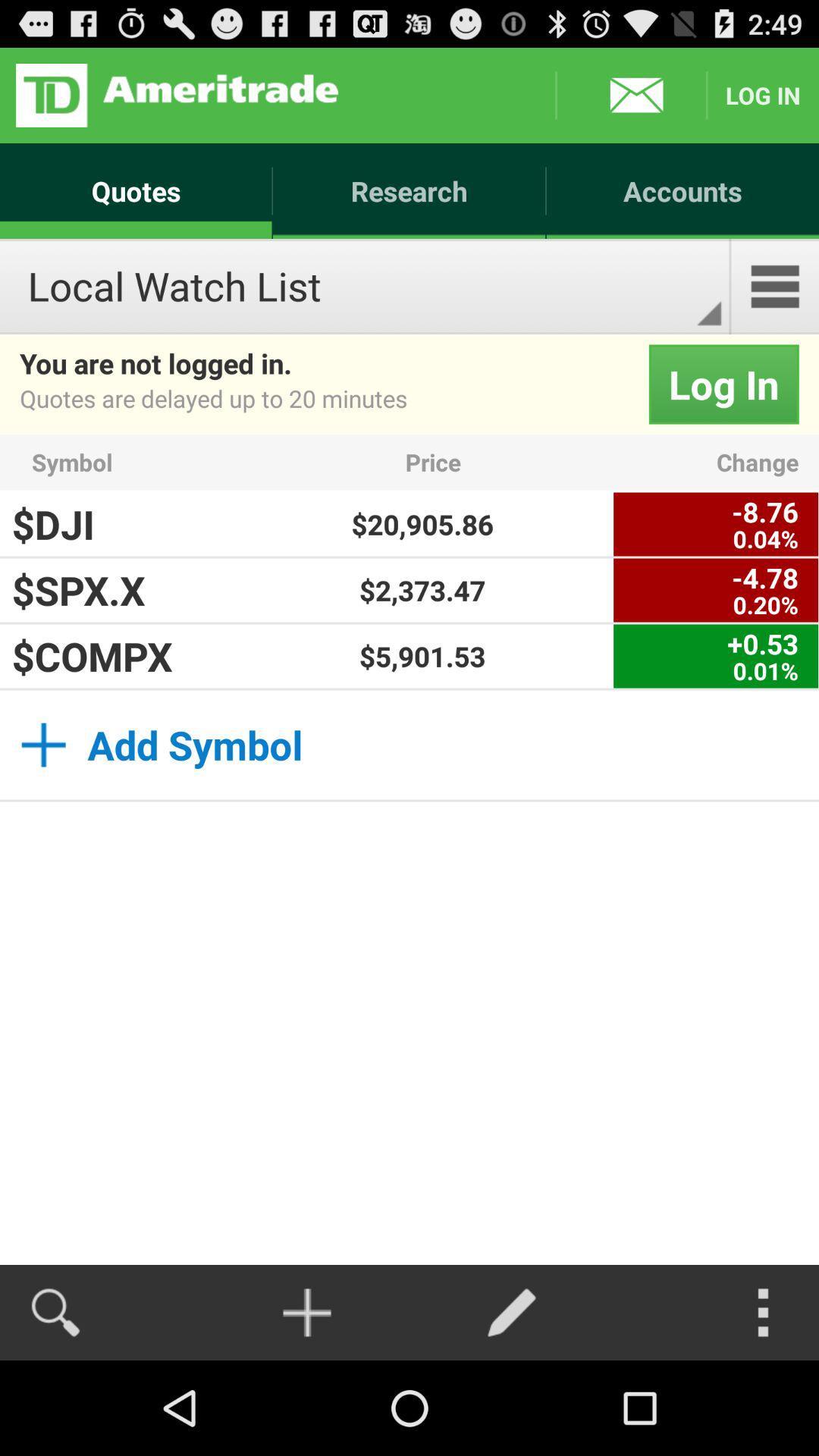  I want to click on item to the left of the $5,901.53 item, so click(111, 656).